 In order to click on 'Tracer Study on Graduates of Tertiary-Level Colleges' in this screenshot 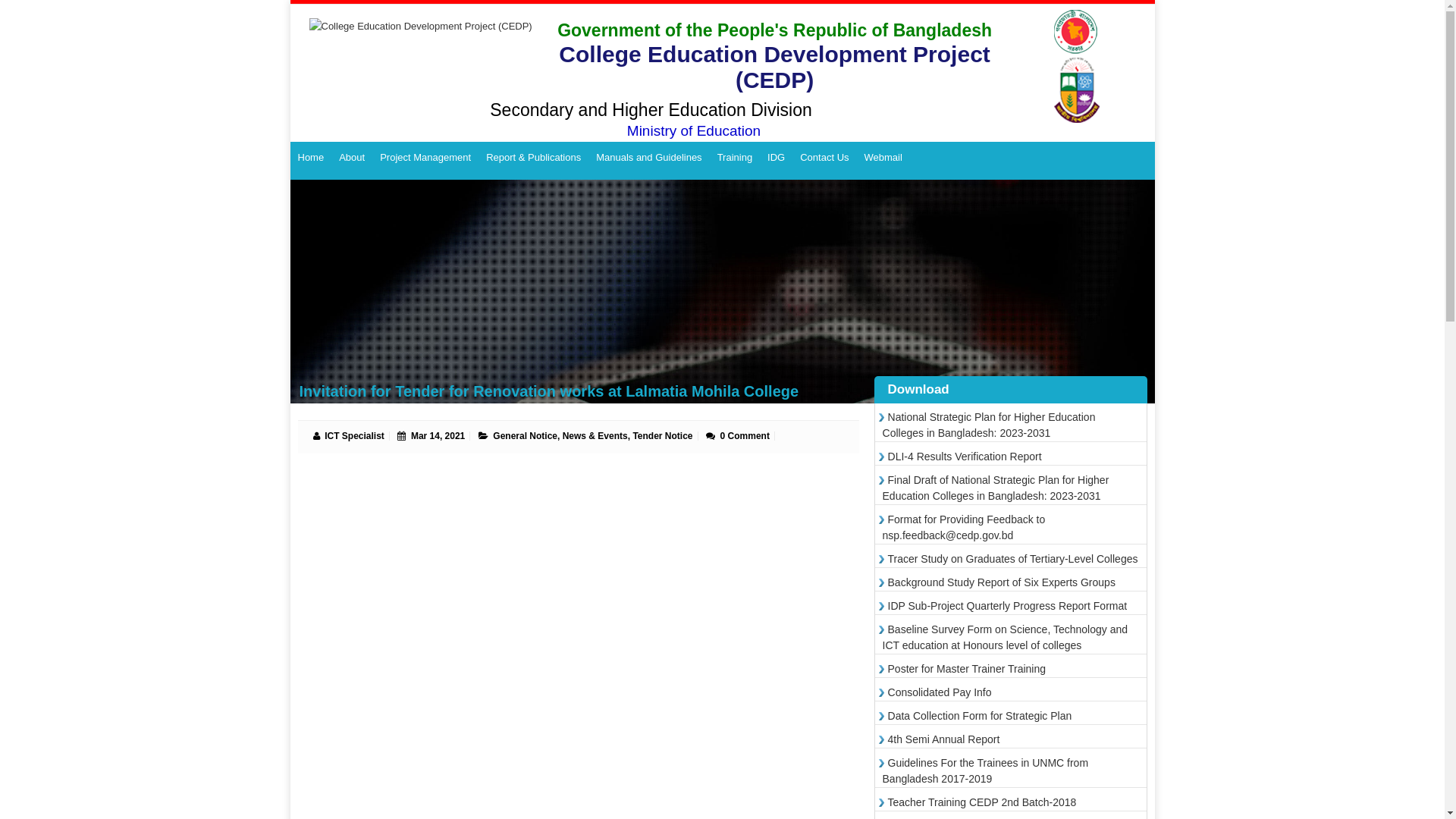, I will do `click(1010, 558)`.